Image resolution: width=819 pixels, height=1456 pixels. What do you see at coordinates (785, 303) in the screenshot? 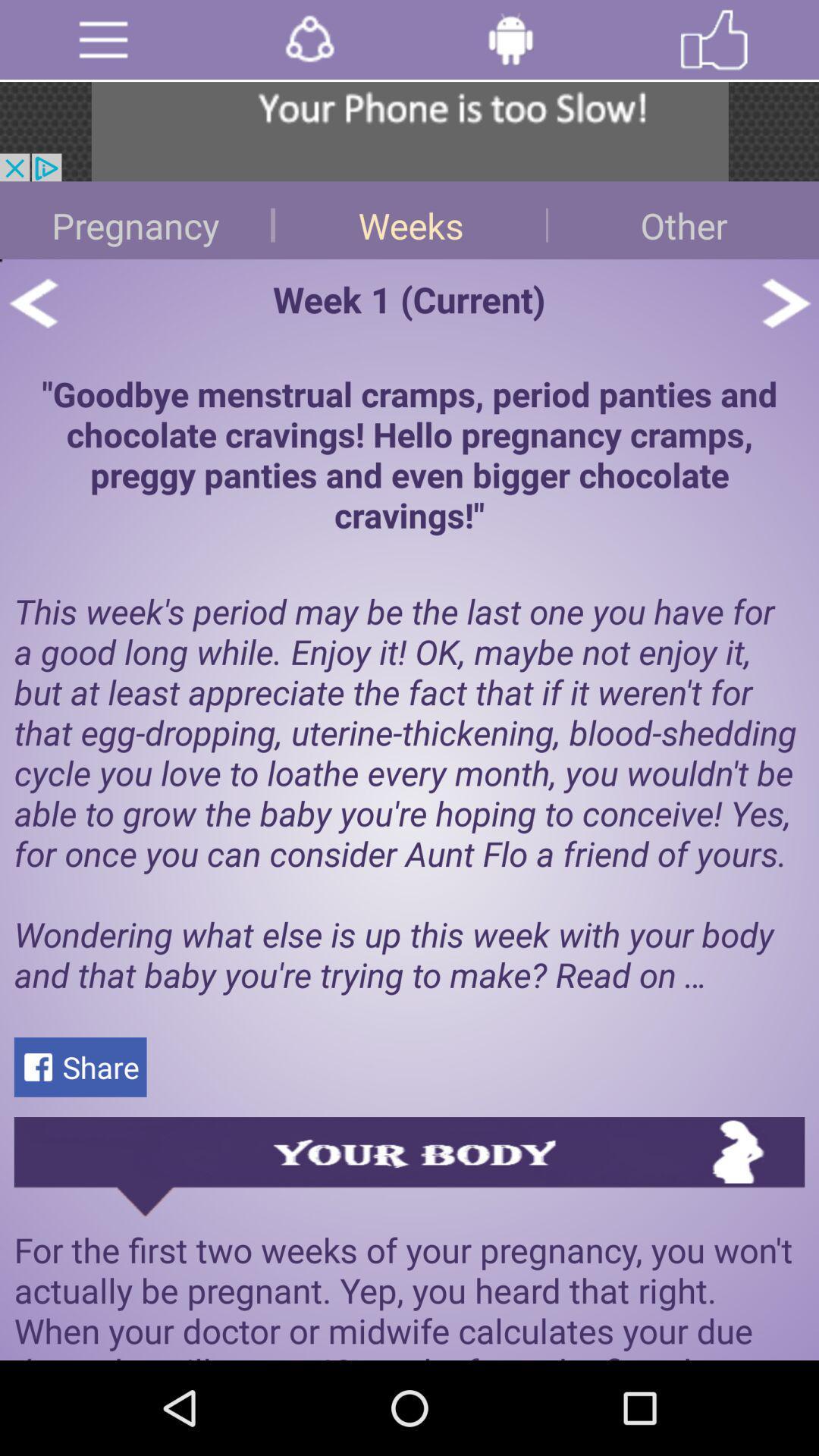
I see `next page` at bounding box center [785, 303].